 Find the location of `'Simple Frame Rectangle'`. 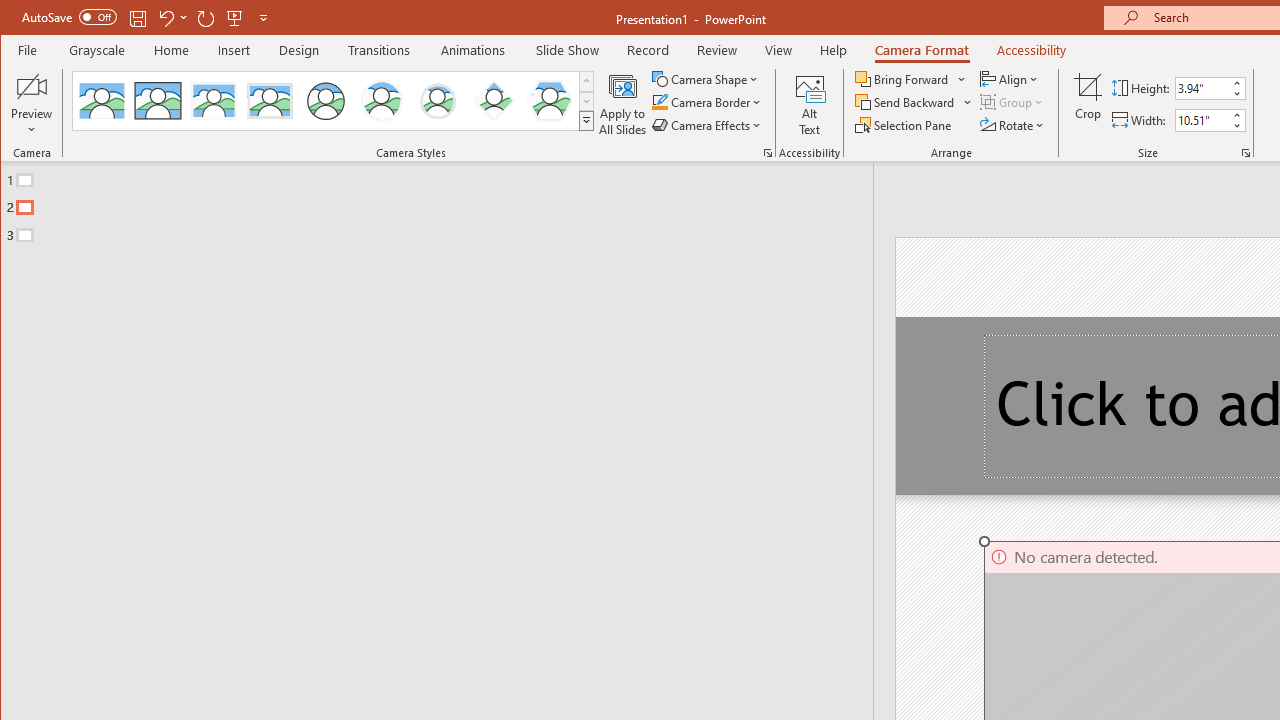

'Simple Frame Rectangle' is located at coordinates (157, 100).